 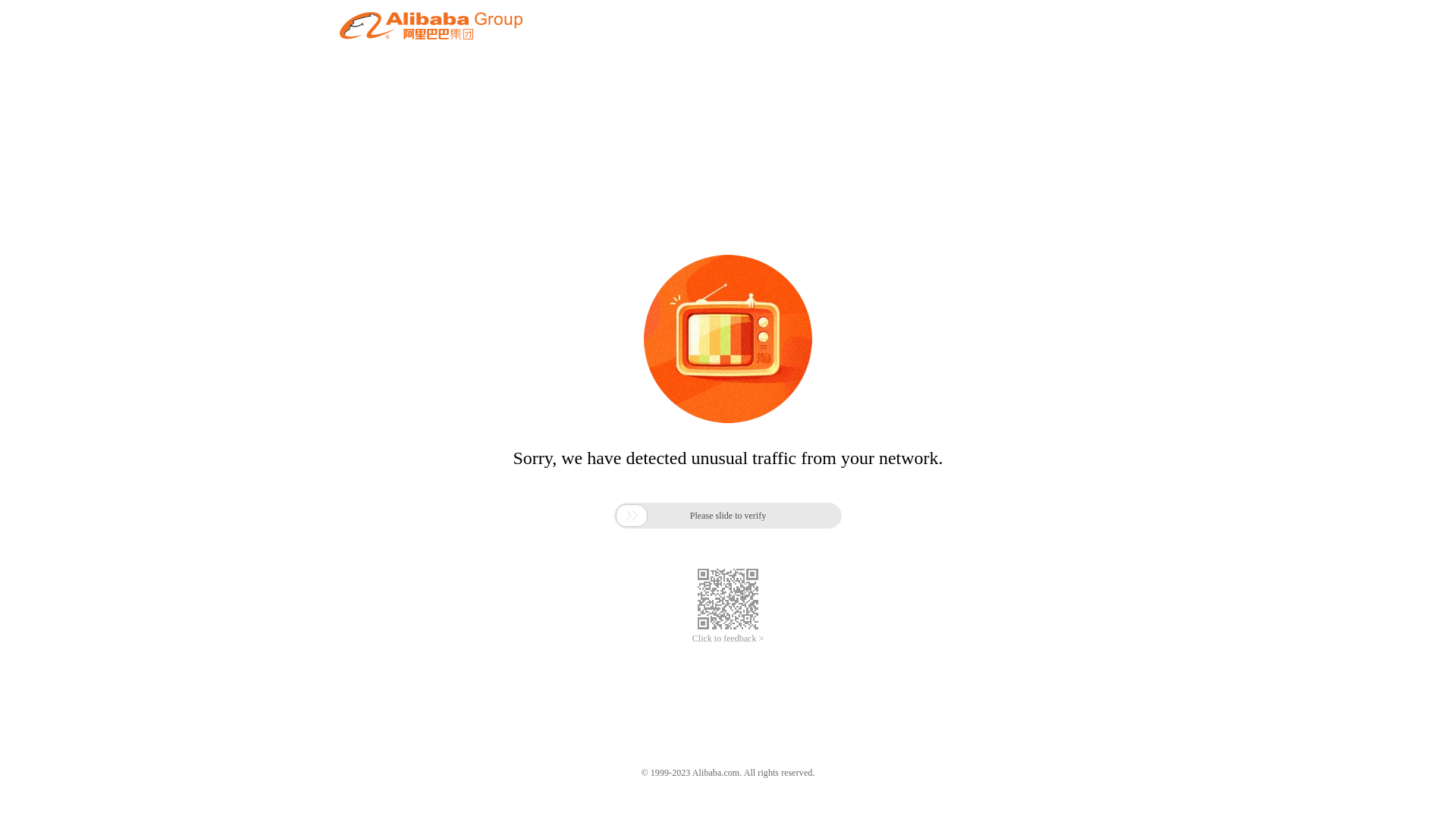 What do you see at coordinates (691, 639) in the screenshot?
I see `'Click to feedback >'` at bounding box center [691, 639].